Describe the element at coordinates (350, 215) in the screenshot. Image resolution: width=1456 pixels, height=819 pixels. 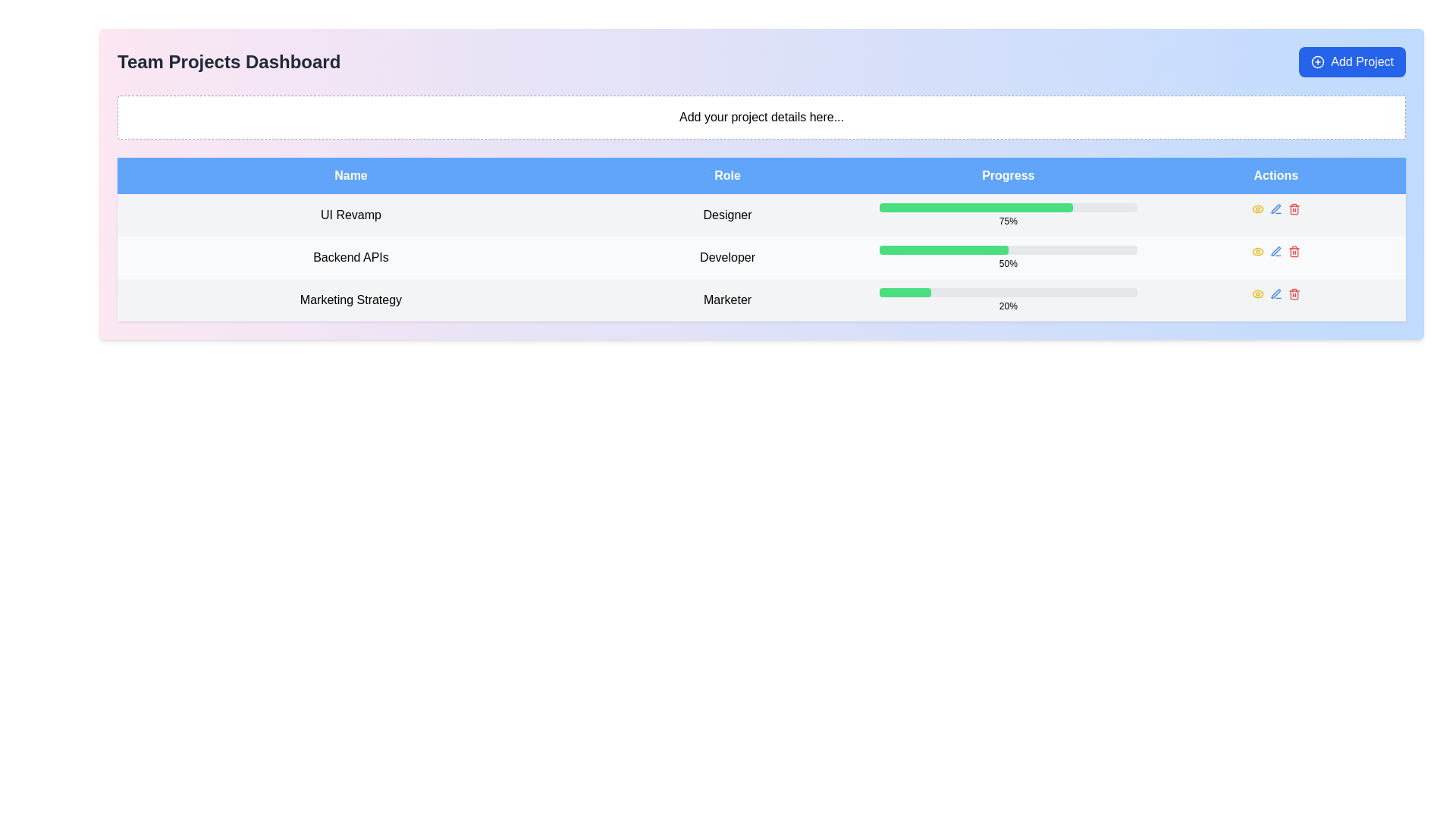
I see `the Static Text Label in the first column of the first data row under the 'Name' header to identify the project name` at that location.